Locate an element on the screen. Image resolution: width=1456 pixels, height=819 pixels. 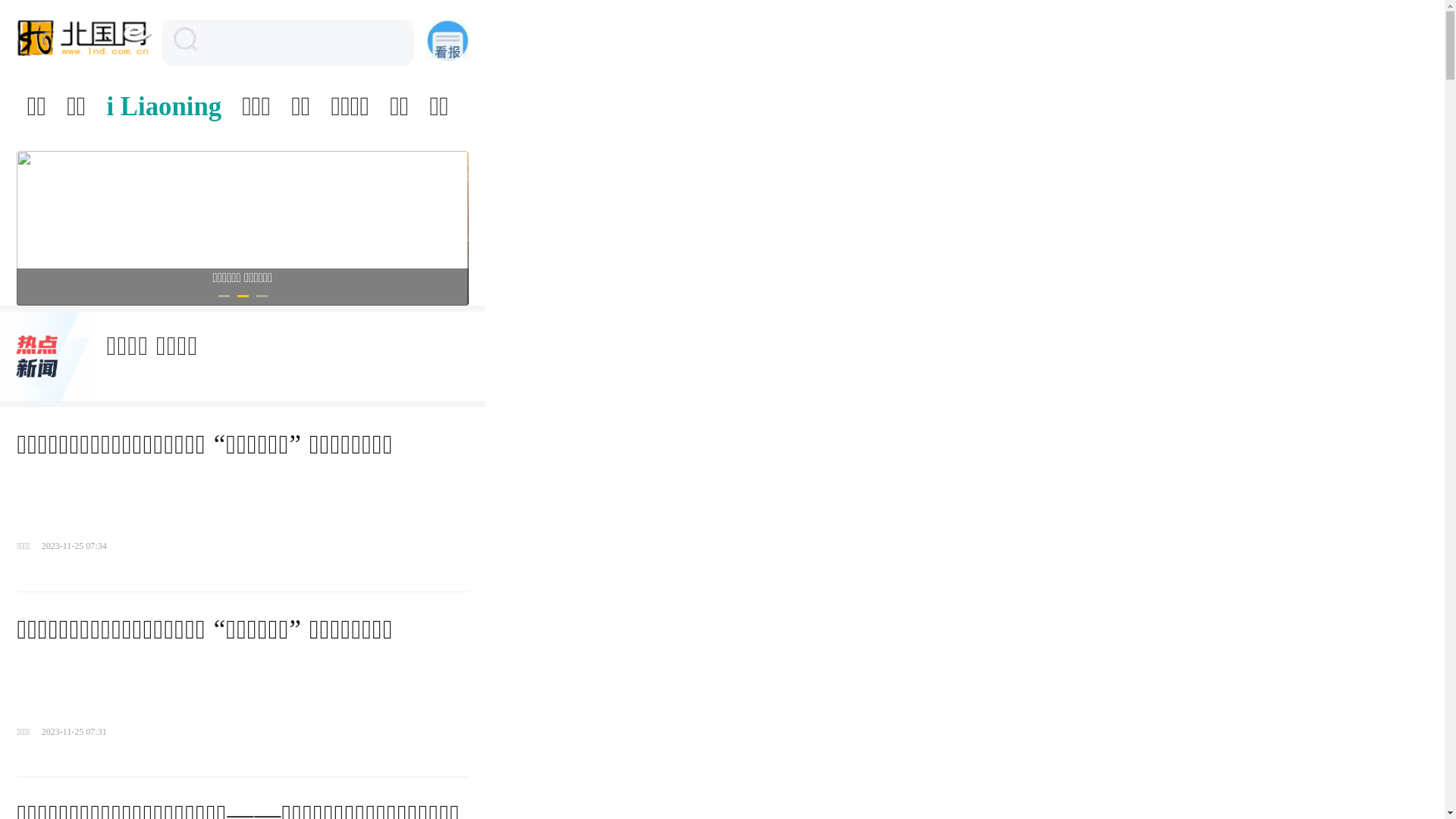
'i Liaoning' is located at coordinates (105, 106).